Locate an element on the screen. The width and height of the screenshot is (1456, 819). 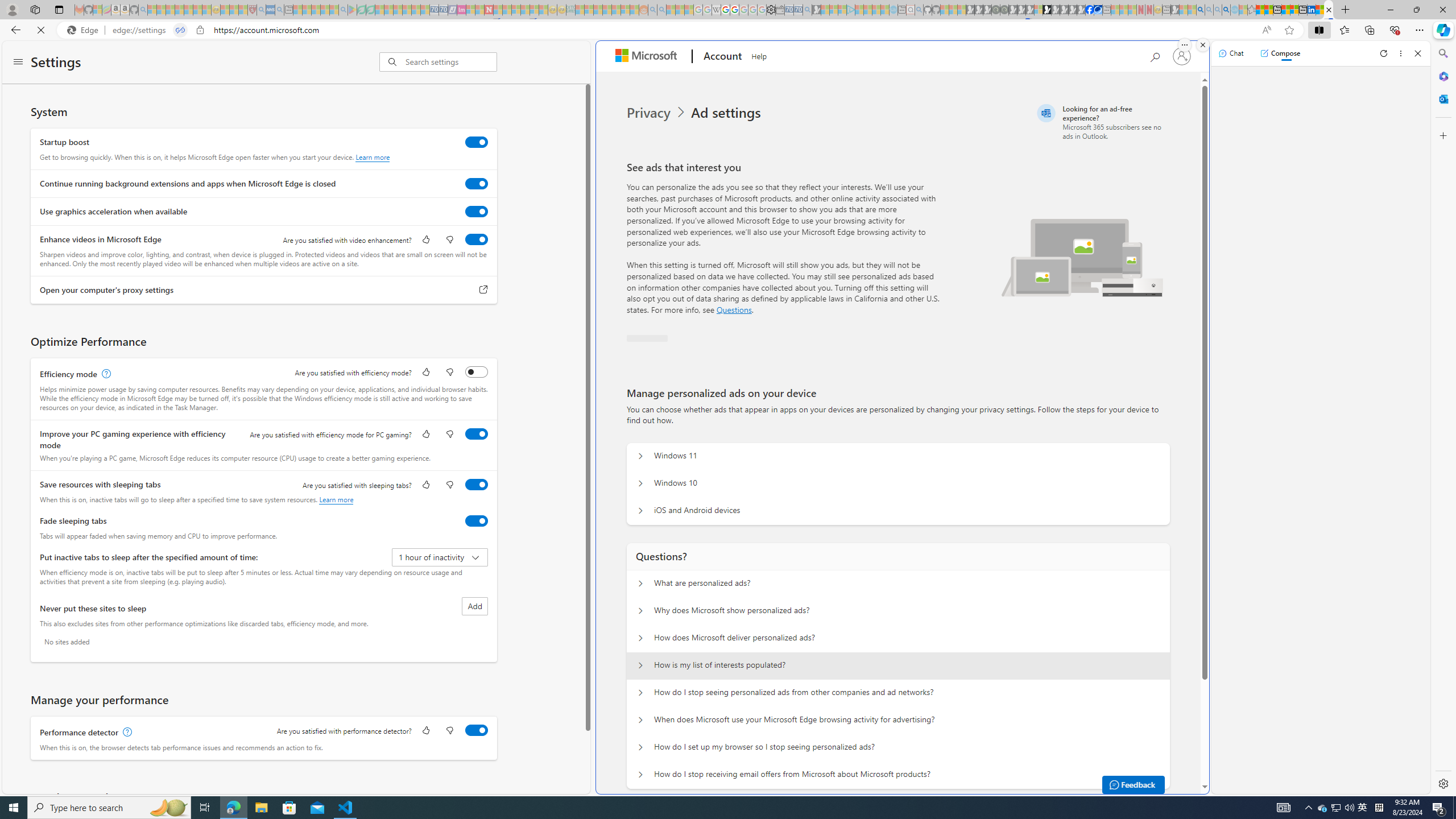
'Compose' is located at coordinates (1280, 52).